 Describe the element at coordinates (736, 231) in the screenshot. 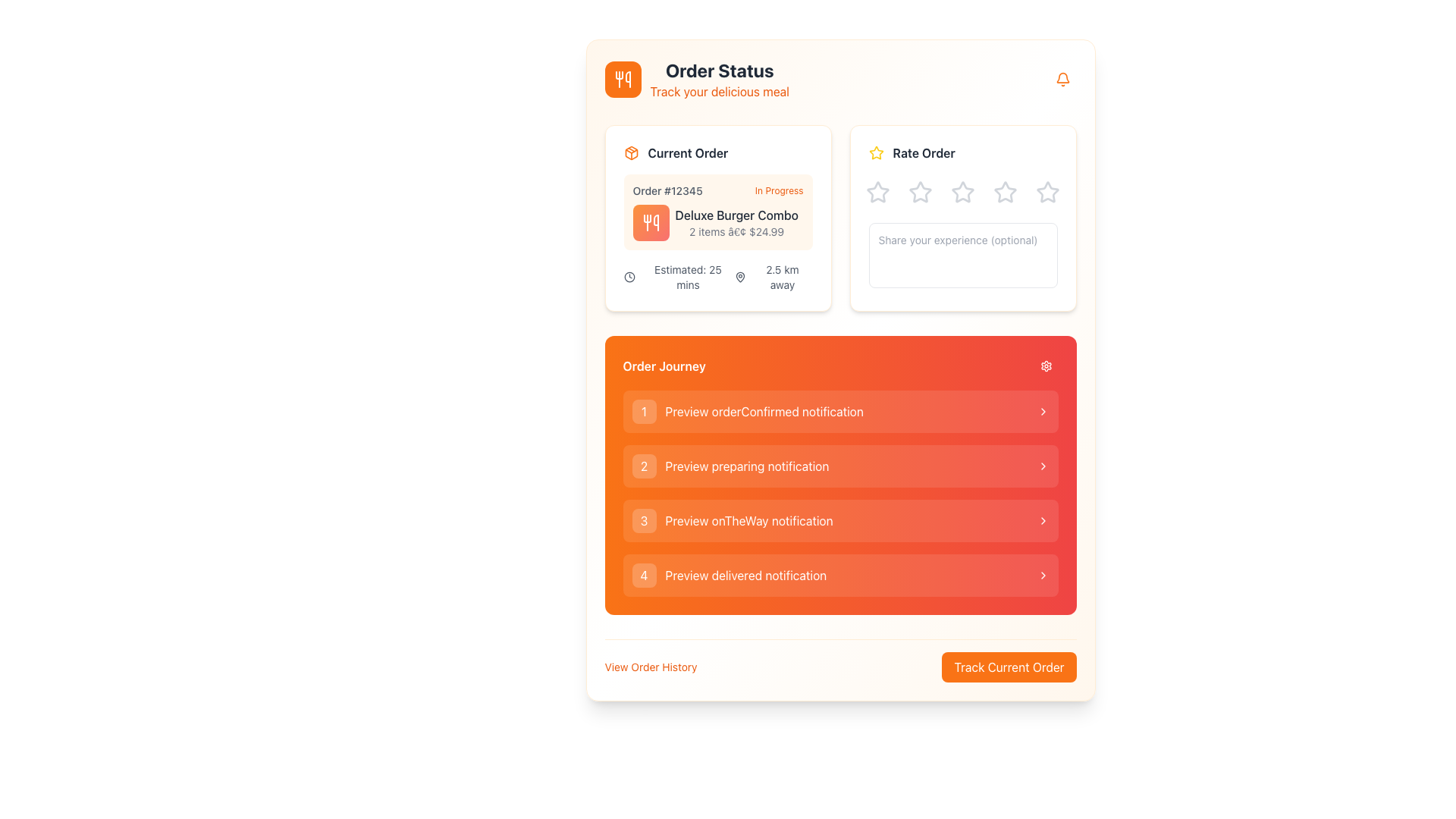

I see `the text label displaying item count and price '2 items • $24.99' located below 'Deluxe Burger Combo' in the 'Current Order' card` at that location.